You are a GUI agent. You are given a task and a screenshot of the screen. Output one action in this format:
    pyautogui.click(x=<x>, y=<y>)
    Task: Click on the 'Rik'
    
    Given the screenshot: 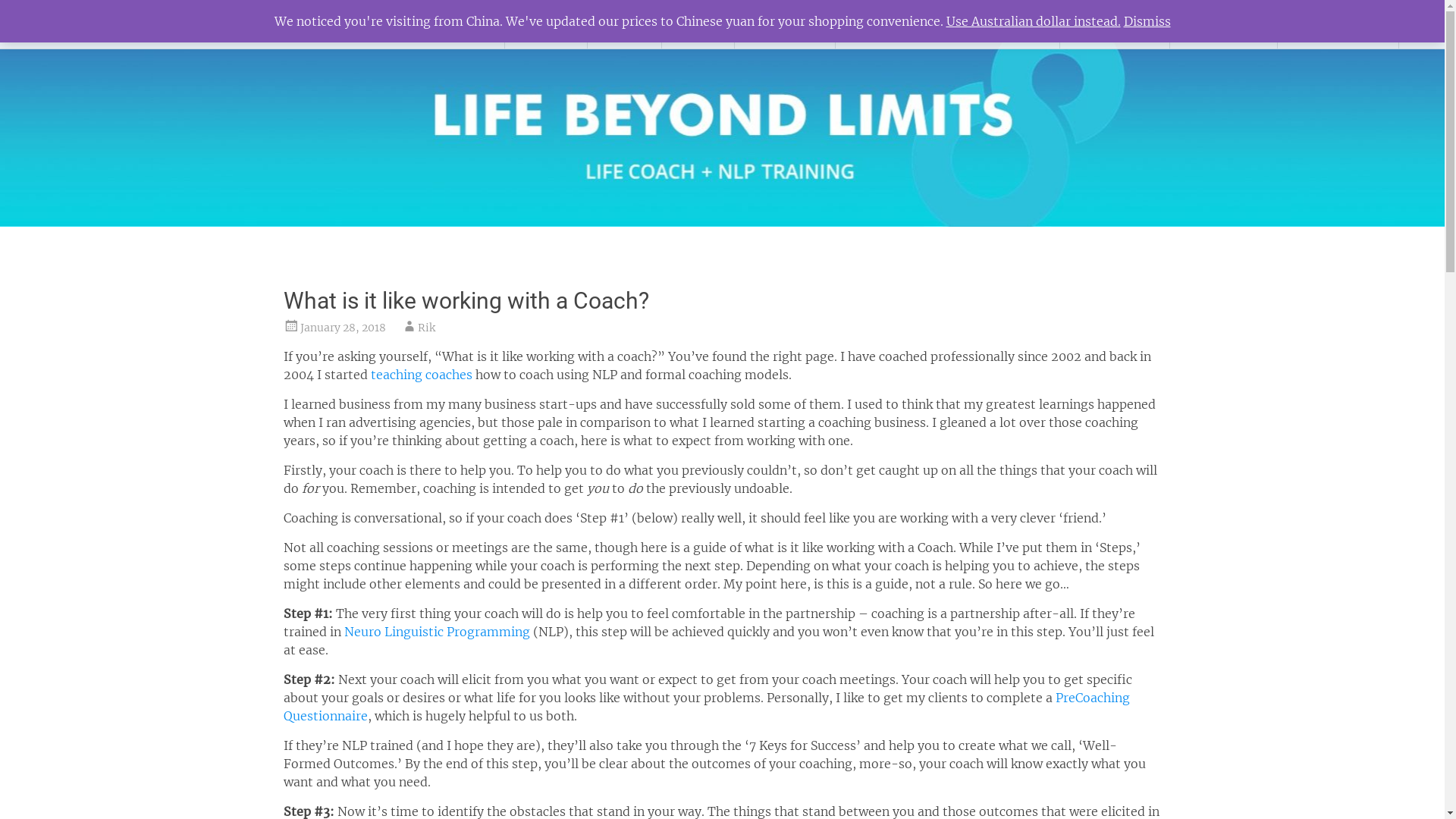 What is the action you would take?
    pyautogui.click(x=425, y=327)
    